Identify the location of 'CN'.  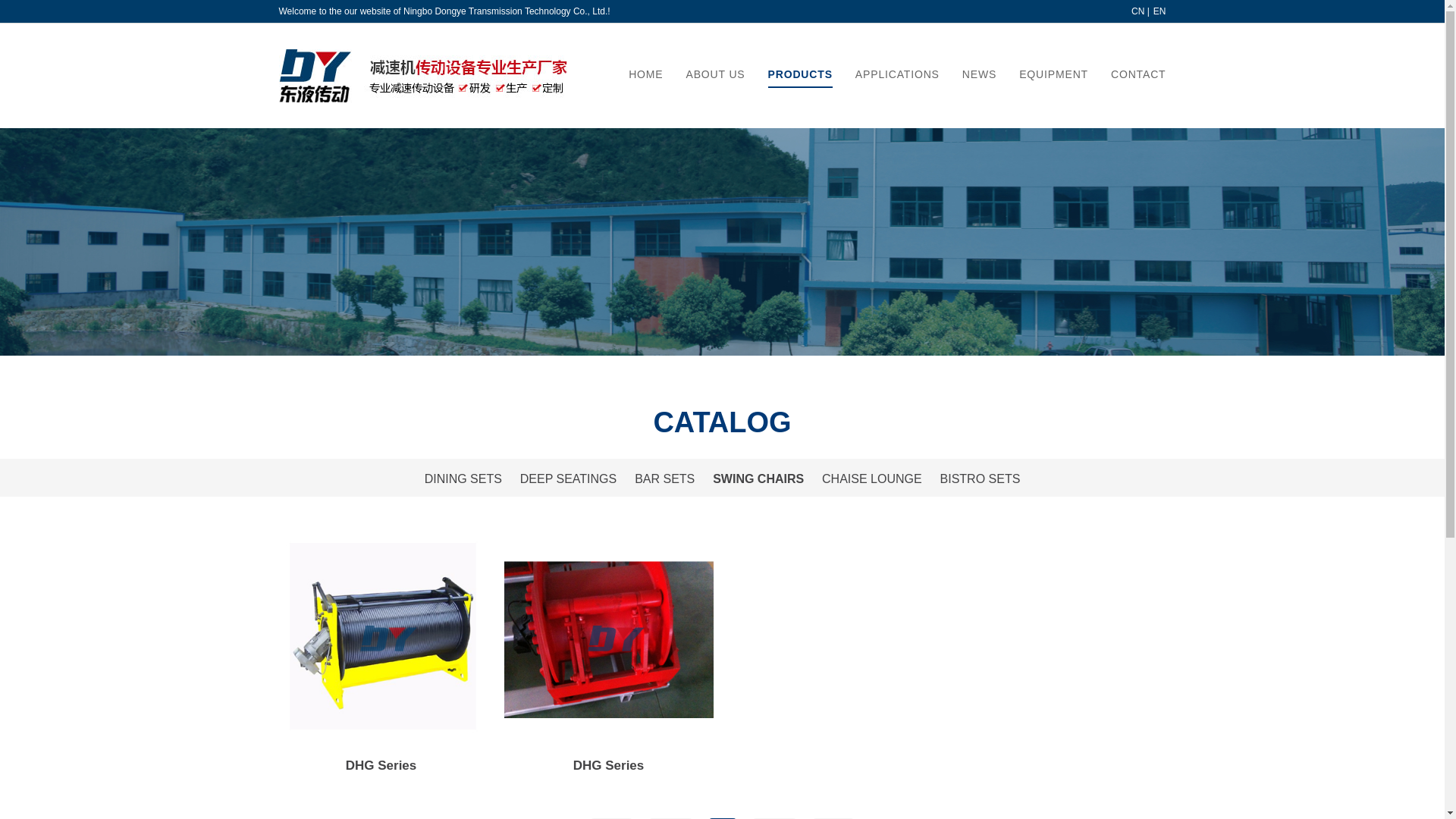
(1131, 11).